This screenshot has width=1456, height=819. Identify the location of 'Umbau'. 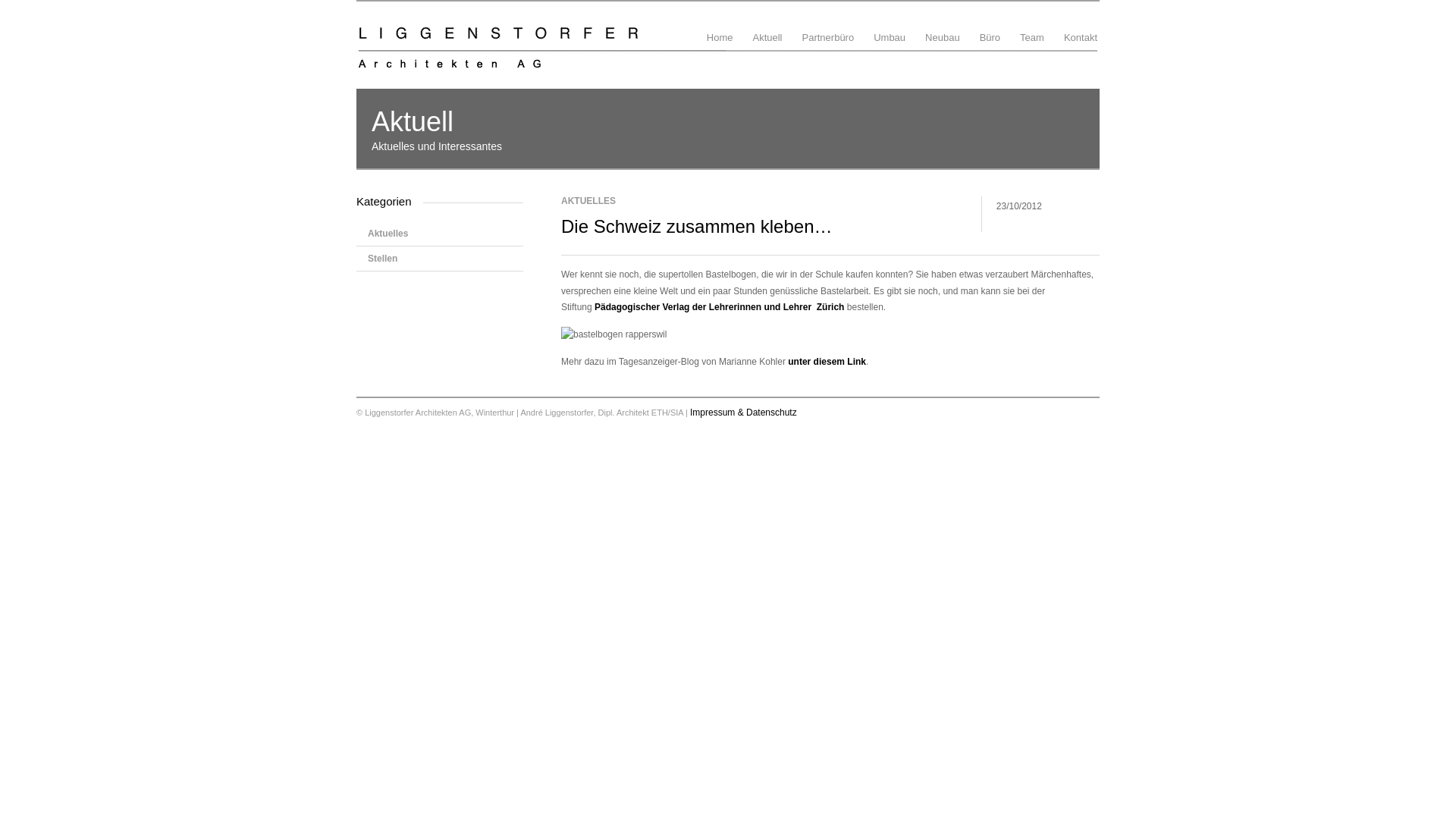
(871, 25).